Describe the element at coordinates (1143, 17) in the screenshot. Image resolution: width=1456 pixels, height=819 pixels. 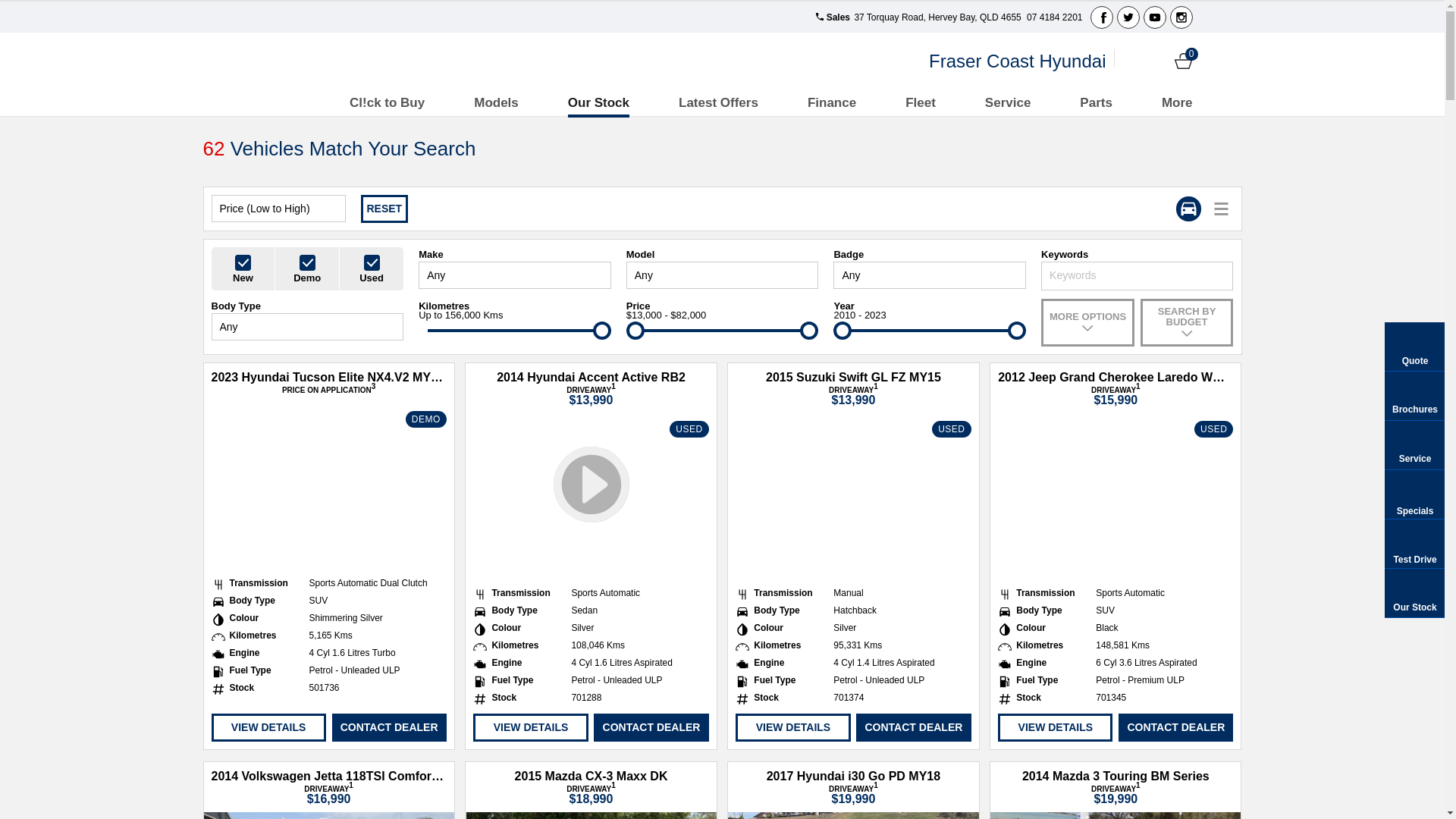
I see `'YouTube'` at that location.